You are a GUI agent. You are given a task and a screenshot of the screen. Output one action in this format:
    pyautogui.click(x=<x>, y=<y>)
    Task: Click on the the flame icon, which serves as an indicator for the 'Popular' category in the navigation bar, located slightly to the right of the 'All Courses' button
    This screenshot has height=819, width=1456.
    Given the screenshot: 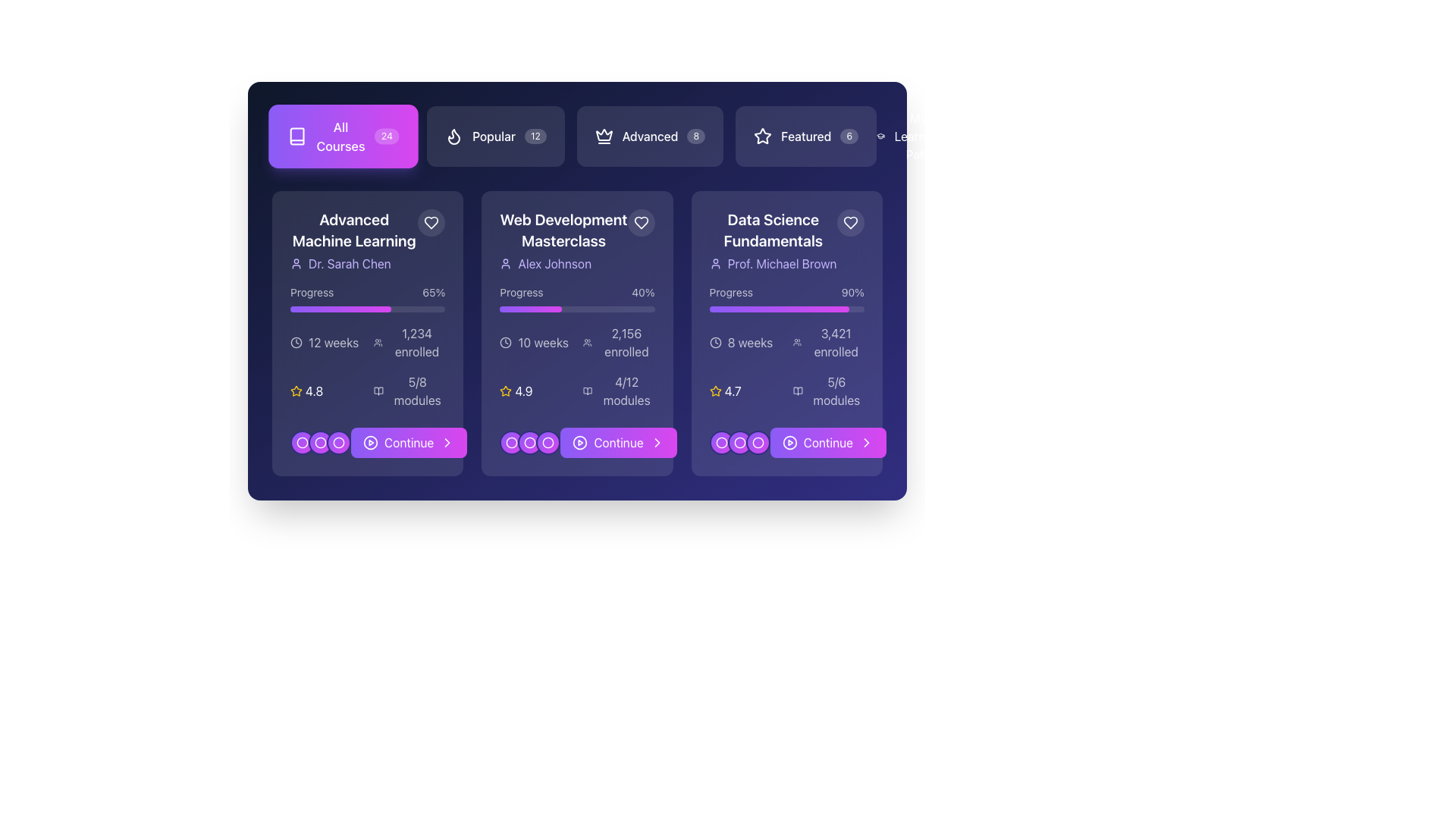 What is the action you would take?
    pyautogui.click(x=453, y=136)
    